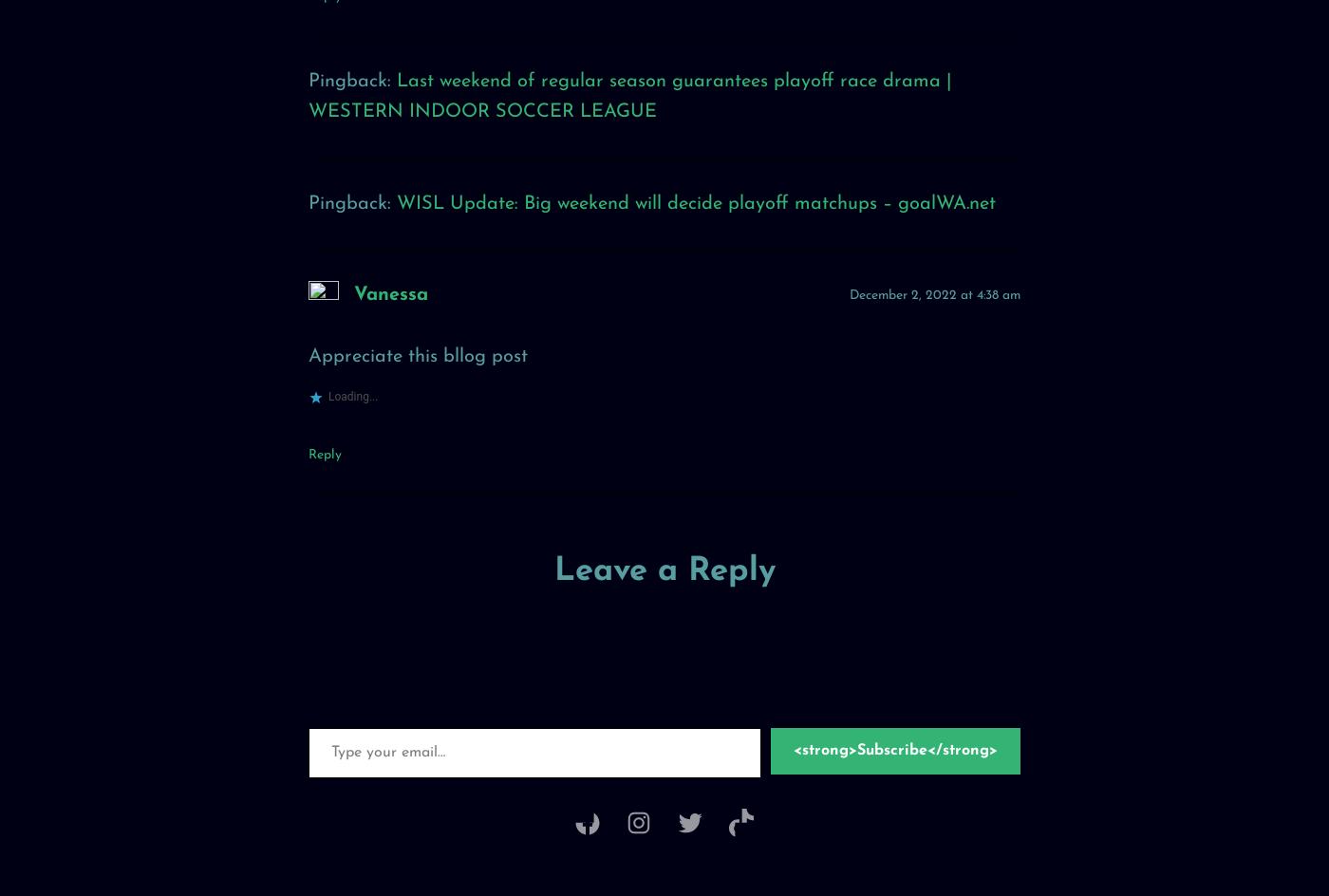 The width and height of the screenshot is (1329, 896). I want to click on 'Loading...', so click(352, 403).